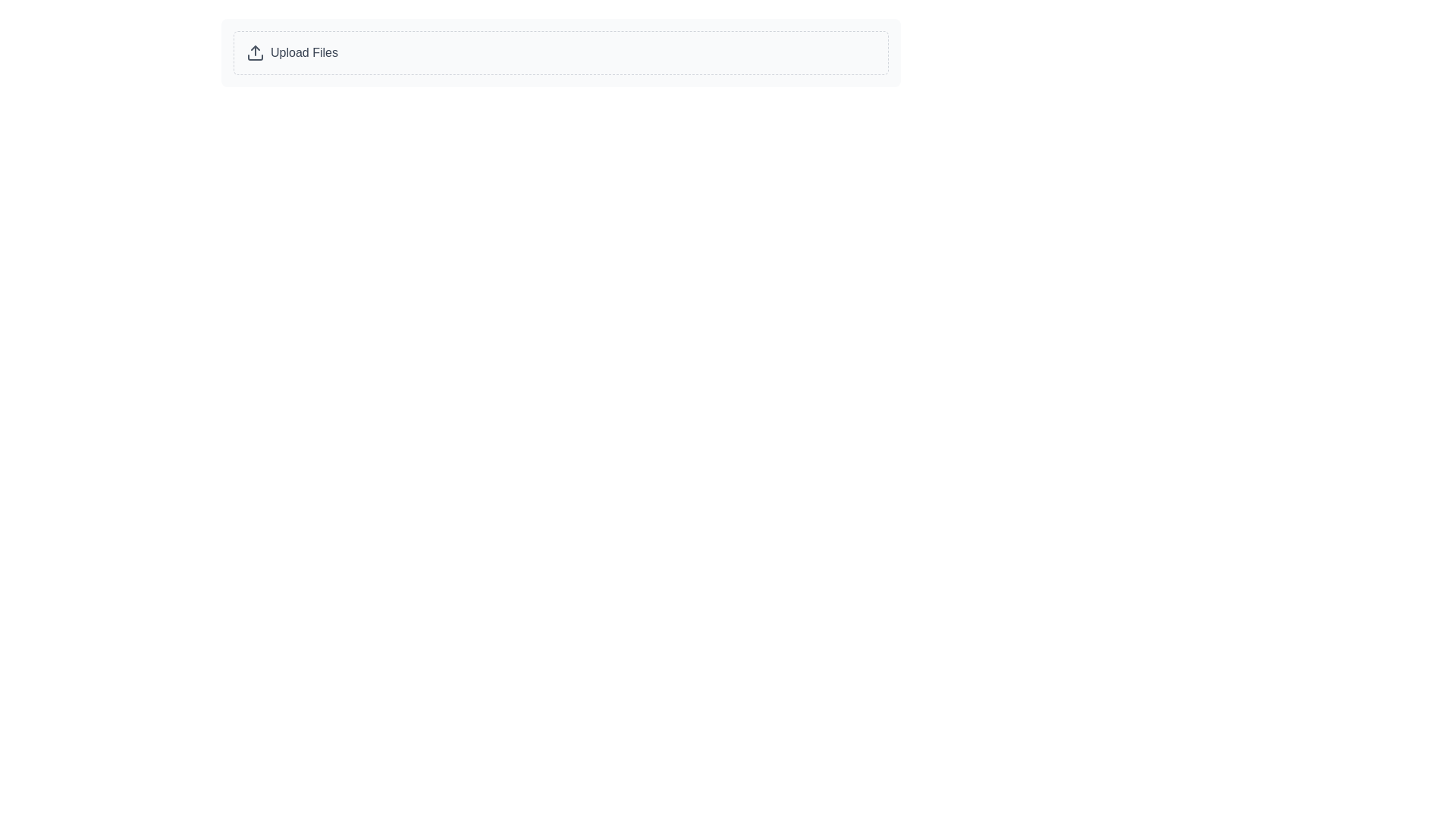  Describe the element at coordinates (560, 52) in the screenshot. I see `and drop files onto the interactive file upload region, which is a rectangular button-like field with a dashed boundary and an upward-pointing arrow icon followed by 'Upload Files' text` at that location.